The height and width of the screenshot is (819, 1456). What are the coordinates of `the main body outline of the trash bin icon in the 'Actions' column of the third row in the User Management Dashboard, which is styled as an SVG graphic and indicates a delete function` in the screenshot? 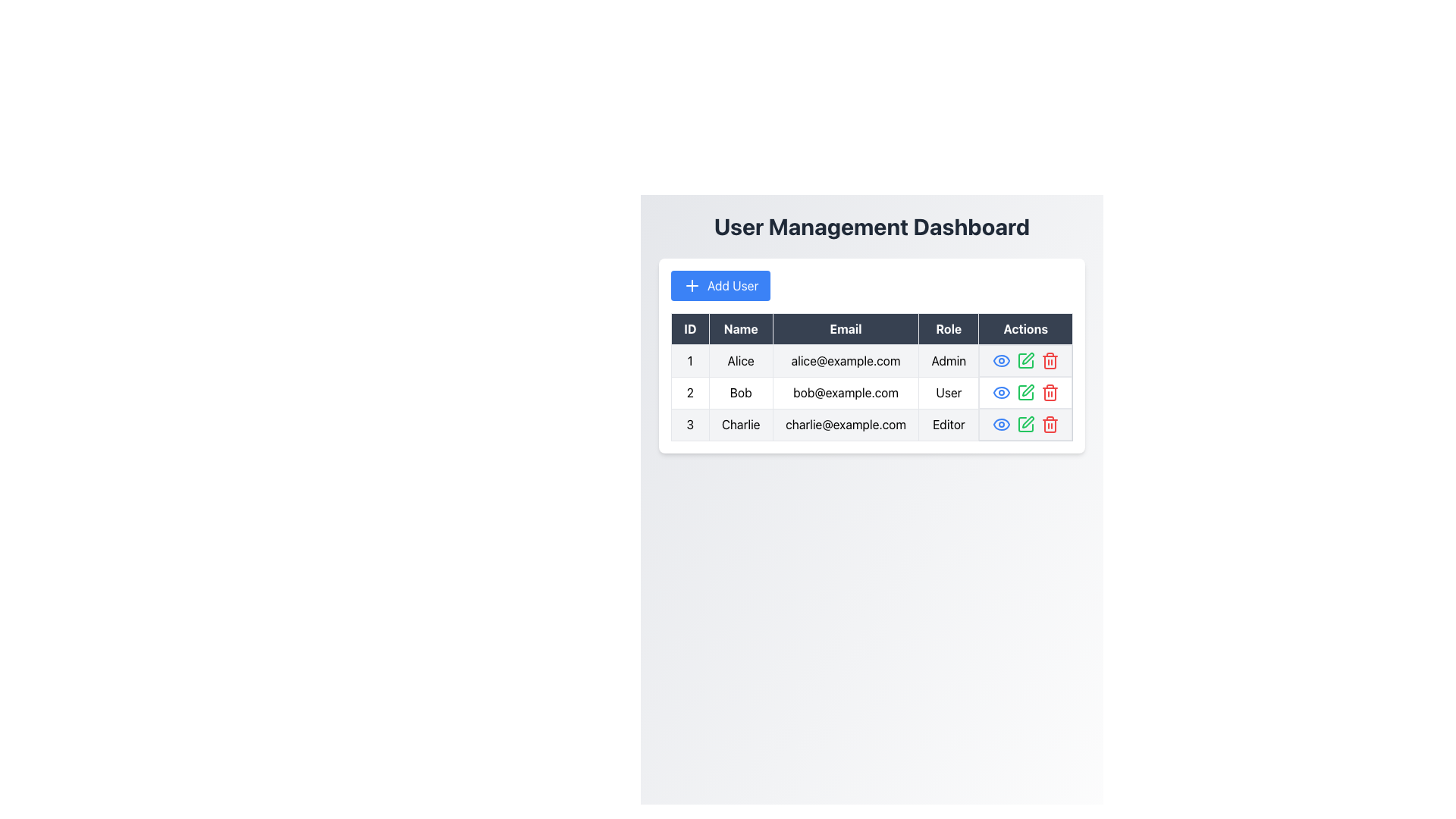 It's located at (1049, 362).